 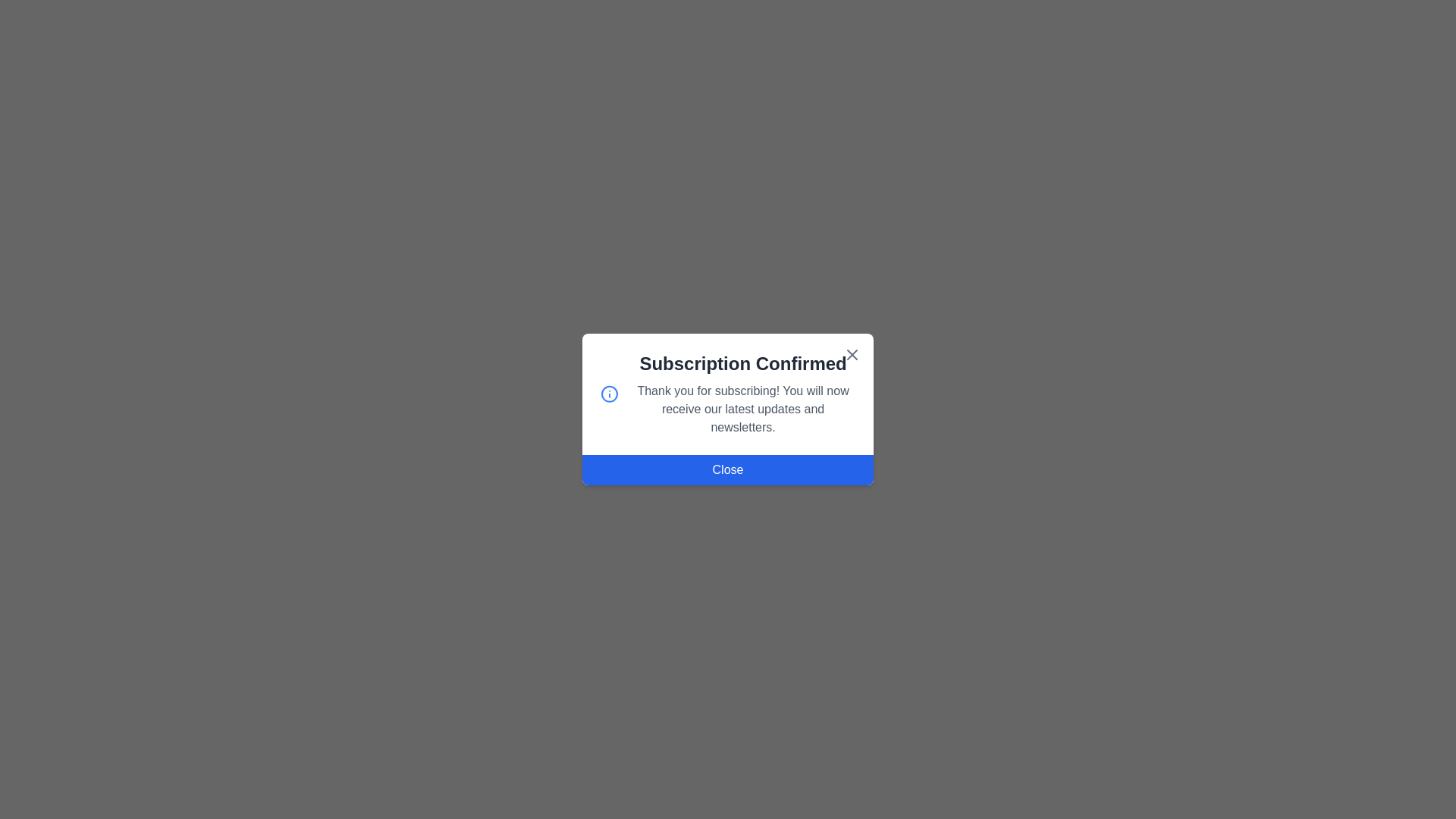 What do you see at coordinates (852, 354) in the screenshot?
I see `close button at the top-right corner of the dialog to dismiss it` at bounding box center [852, 354].